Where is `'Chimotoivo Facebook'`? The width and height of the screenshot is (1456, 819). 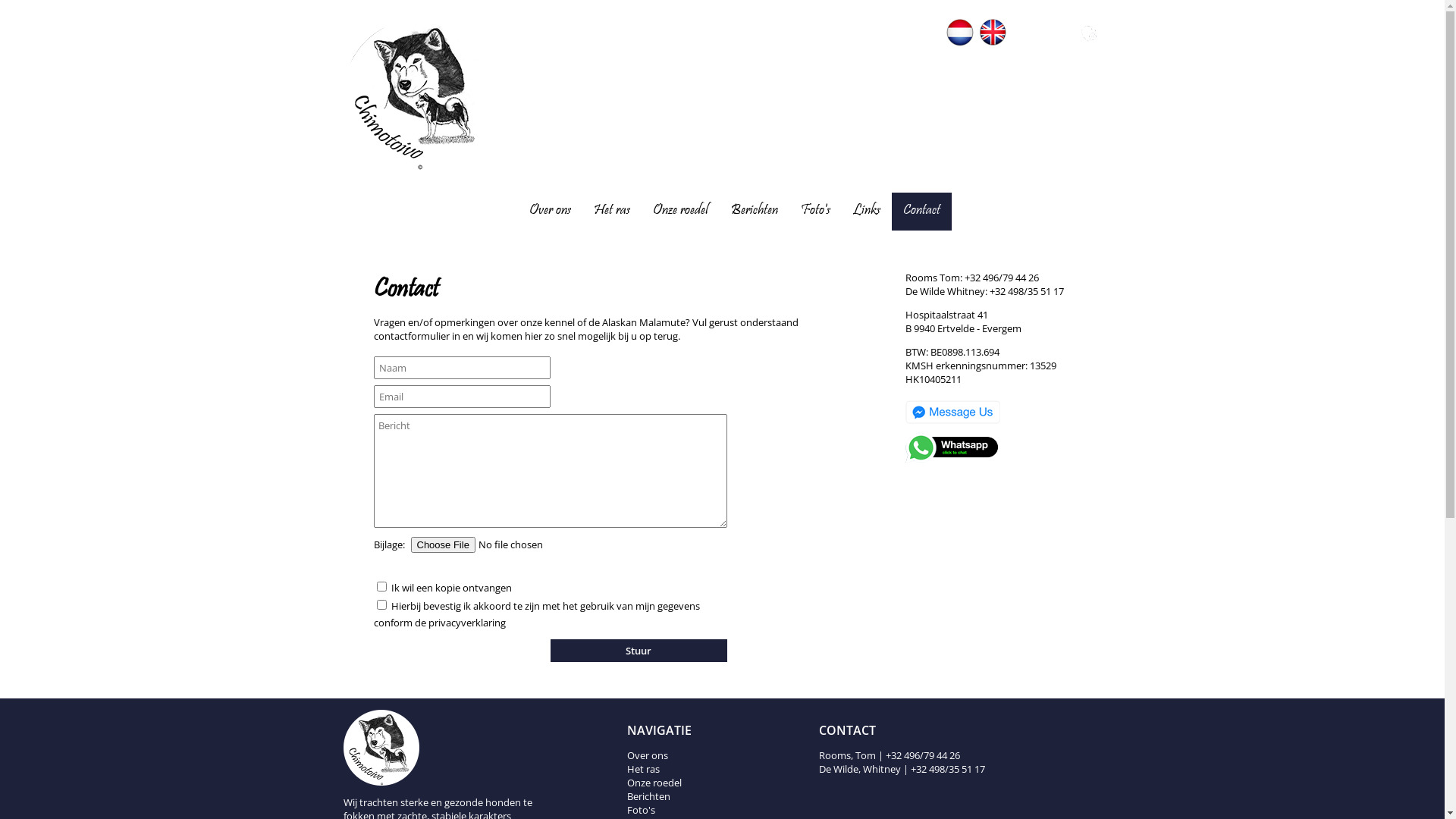
'Chimotoivo Facebook' is located at coordinates (1012, 33).